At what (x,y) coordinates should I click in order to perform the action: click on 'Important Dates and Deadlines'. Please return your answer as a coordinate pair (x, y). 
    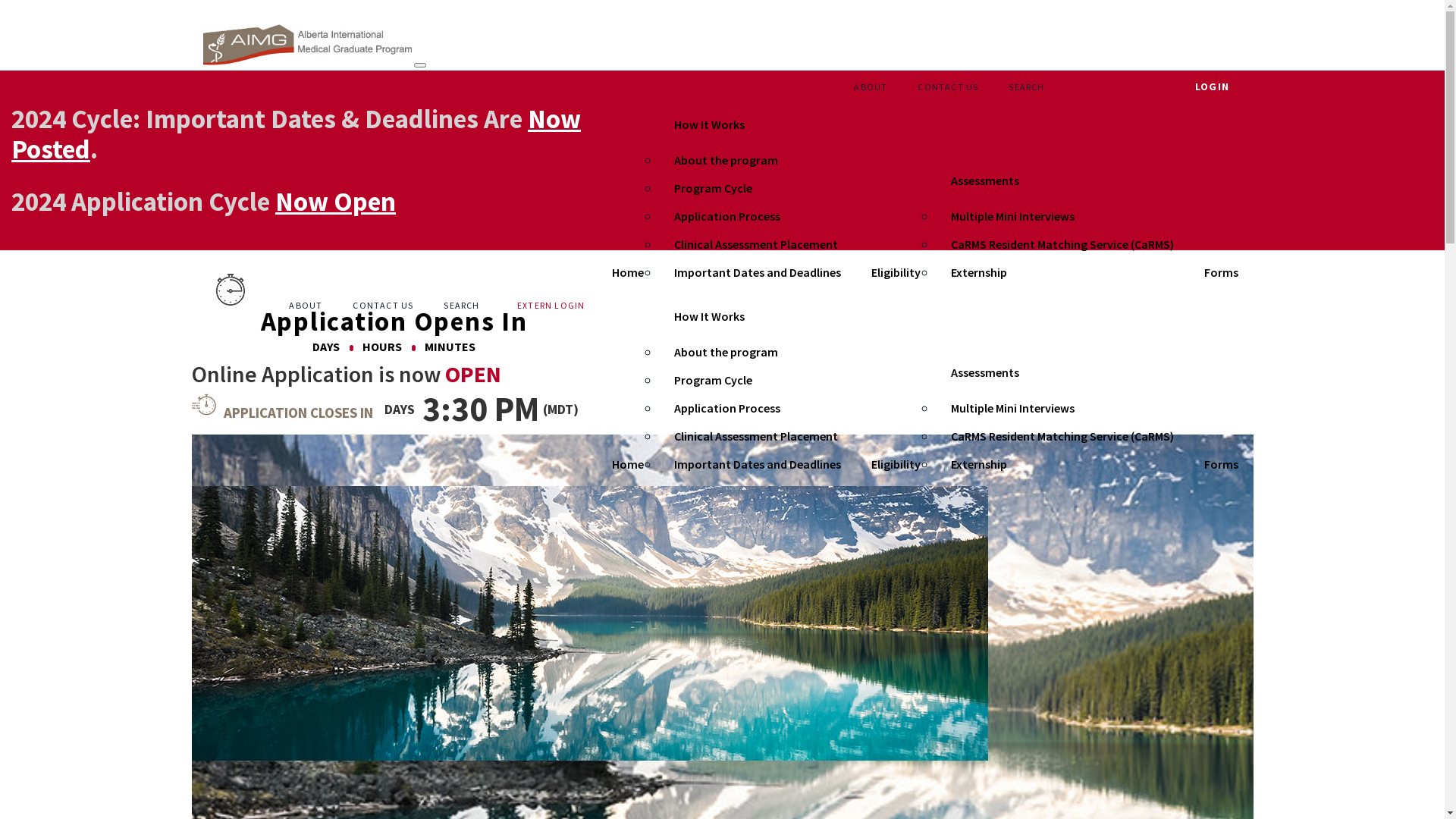
    Looking at the image, I should click on (757, 271).